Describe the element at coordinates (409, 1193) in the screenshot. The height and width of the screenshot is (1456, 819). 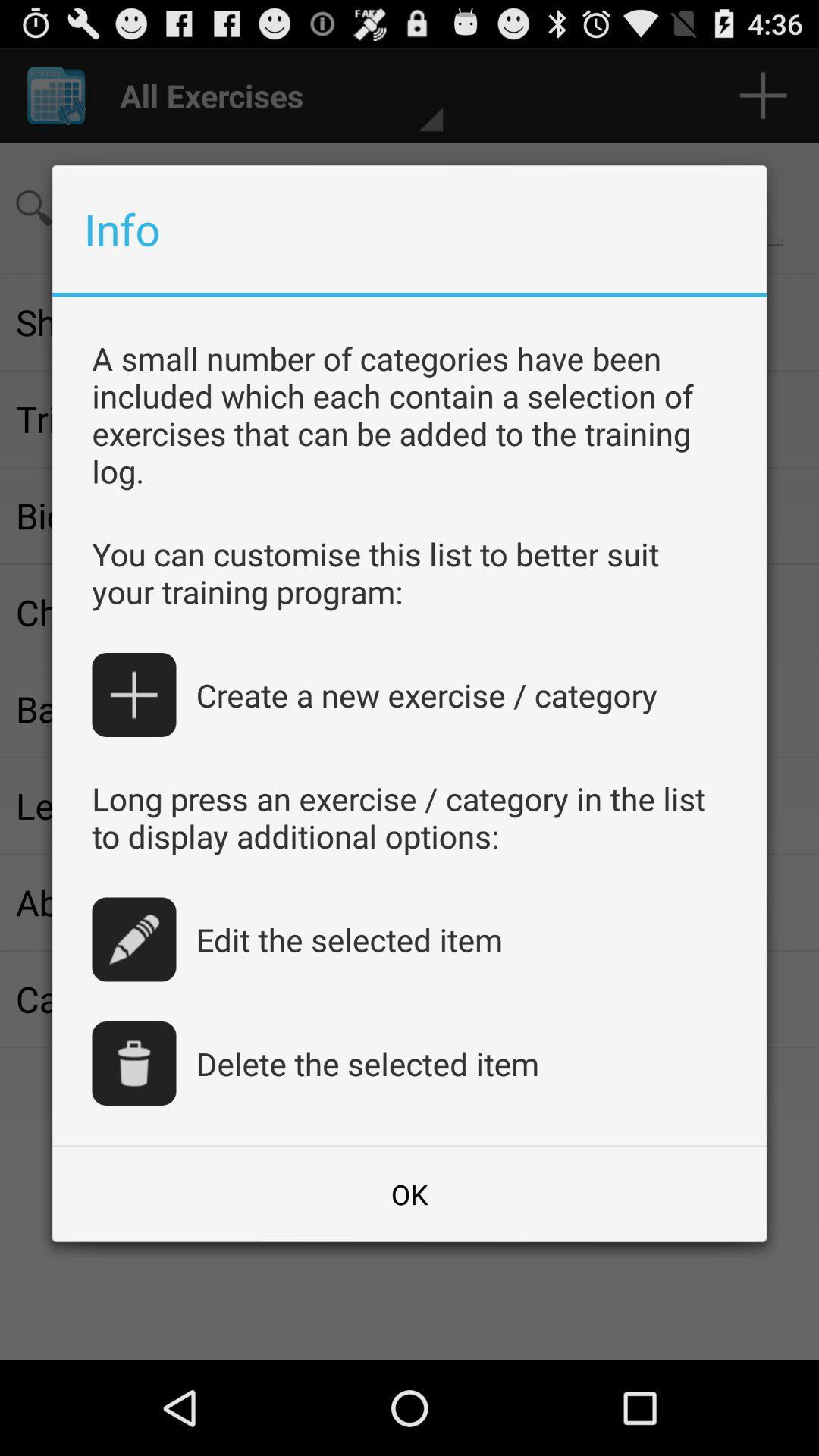
I see `ok` at that location.